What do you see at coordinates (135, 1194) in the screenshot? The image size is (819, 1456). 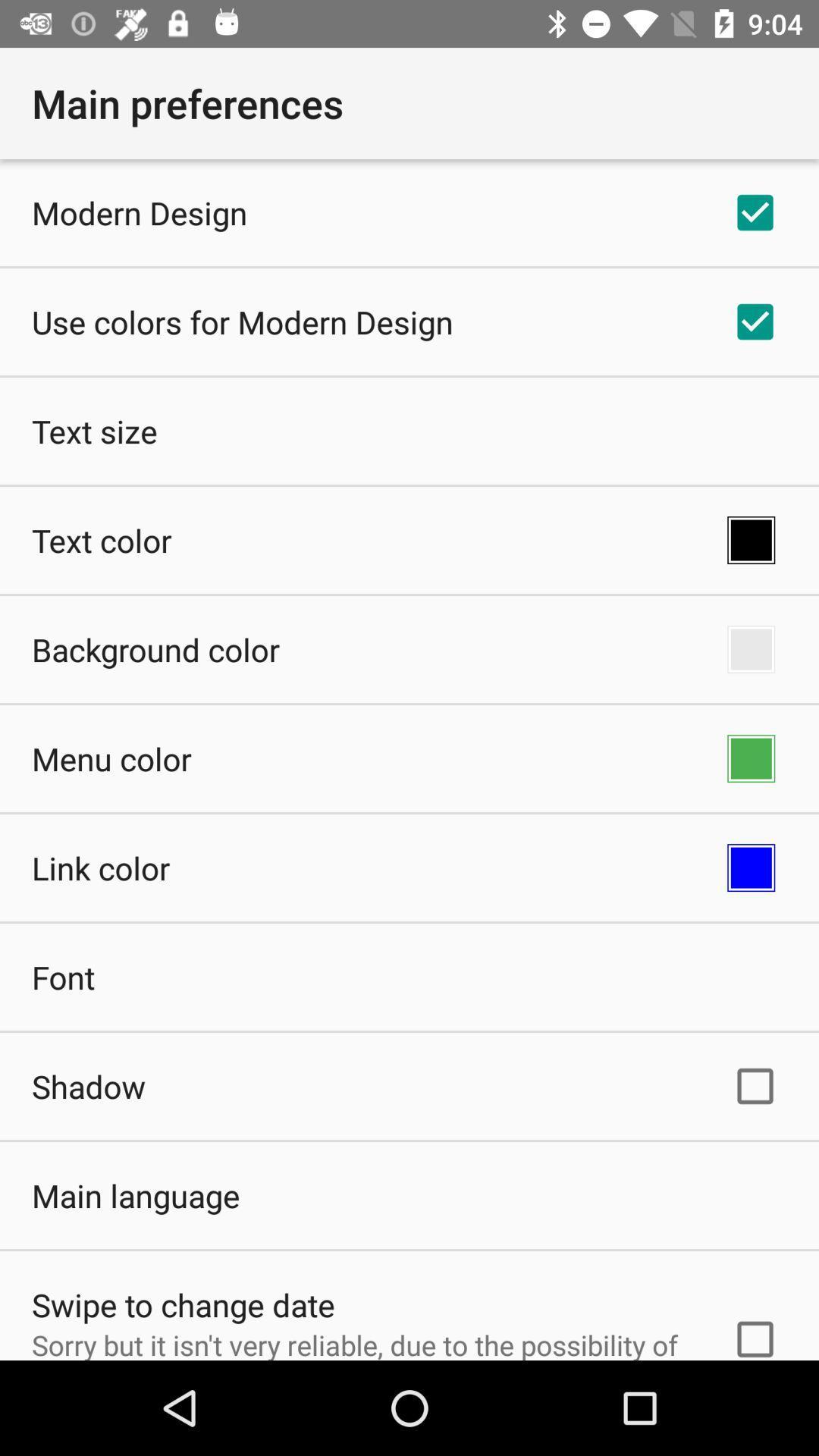 I see `the icon below the shadow item` at bounding box center [135, 1194].